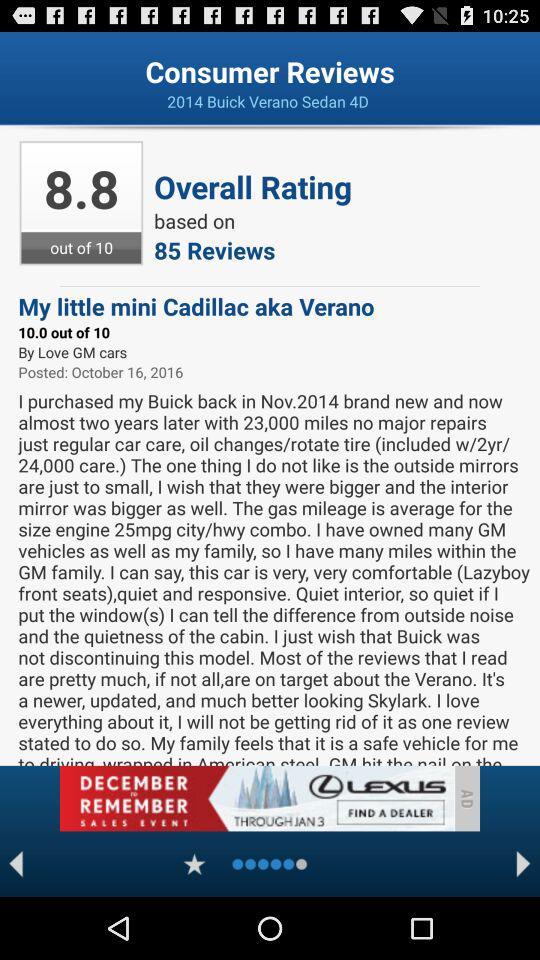 This screenshot has width=540, height=960. Describe the element at coordinates (194, 863) in the screenshot. I see `mark as favorite` at that location.